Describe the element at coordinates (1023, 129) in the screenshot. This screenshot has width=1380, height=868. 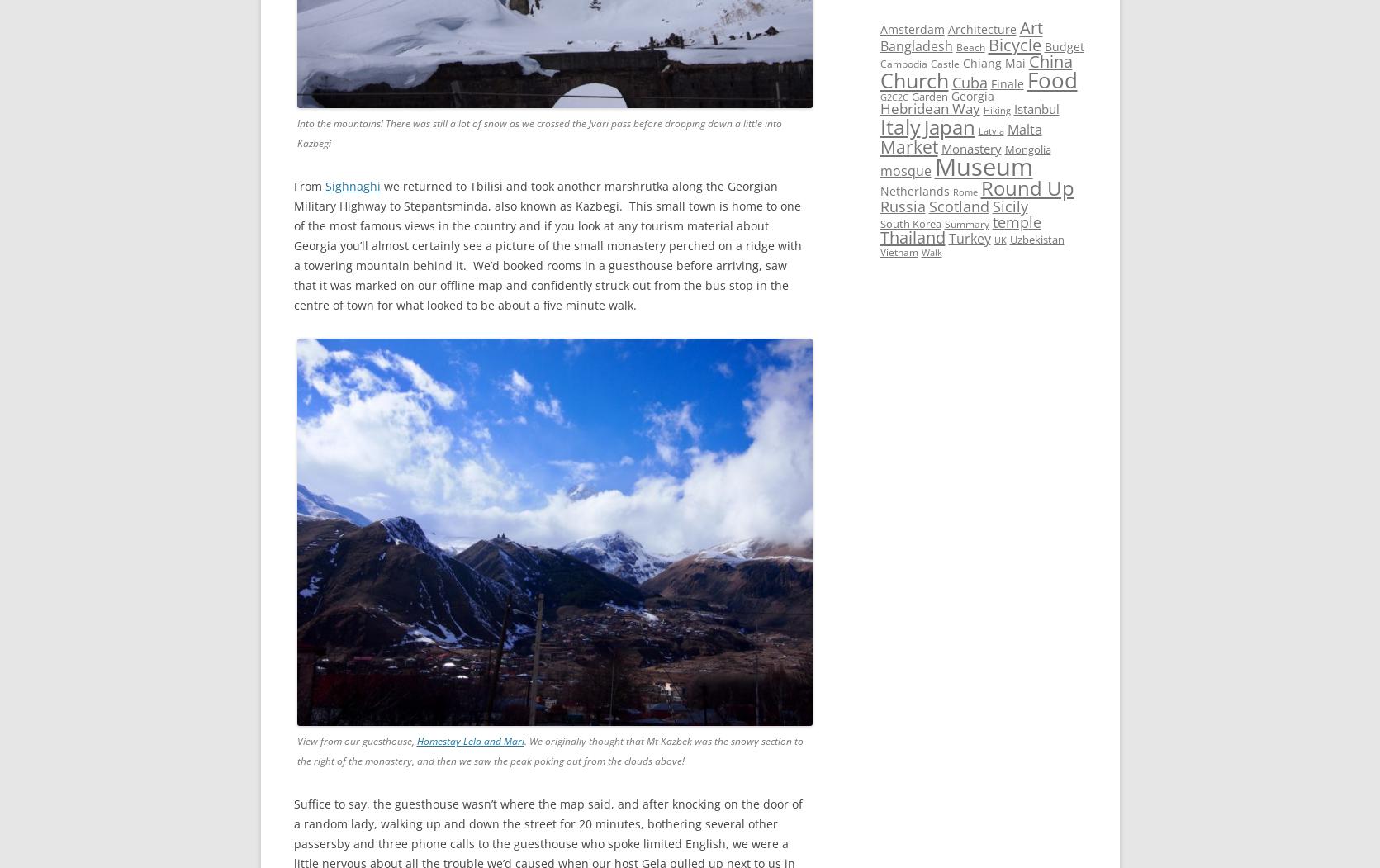
I see `'Malta'` at that location.